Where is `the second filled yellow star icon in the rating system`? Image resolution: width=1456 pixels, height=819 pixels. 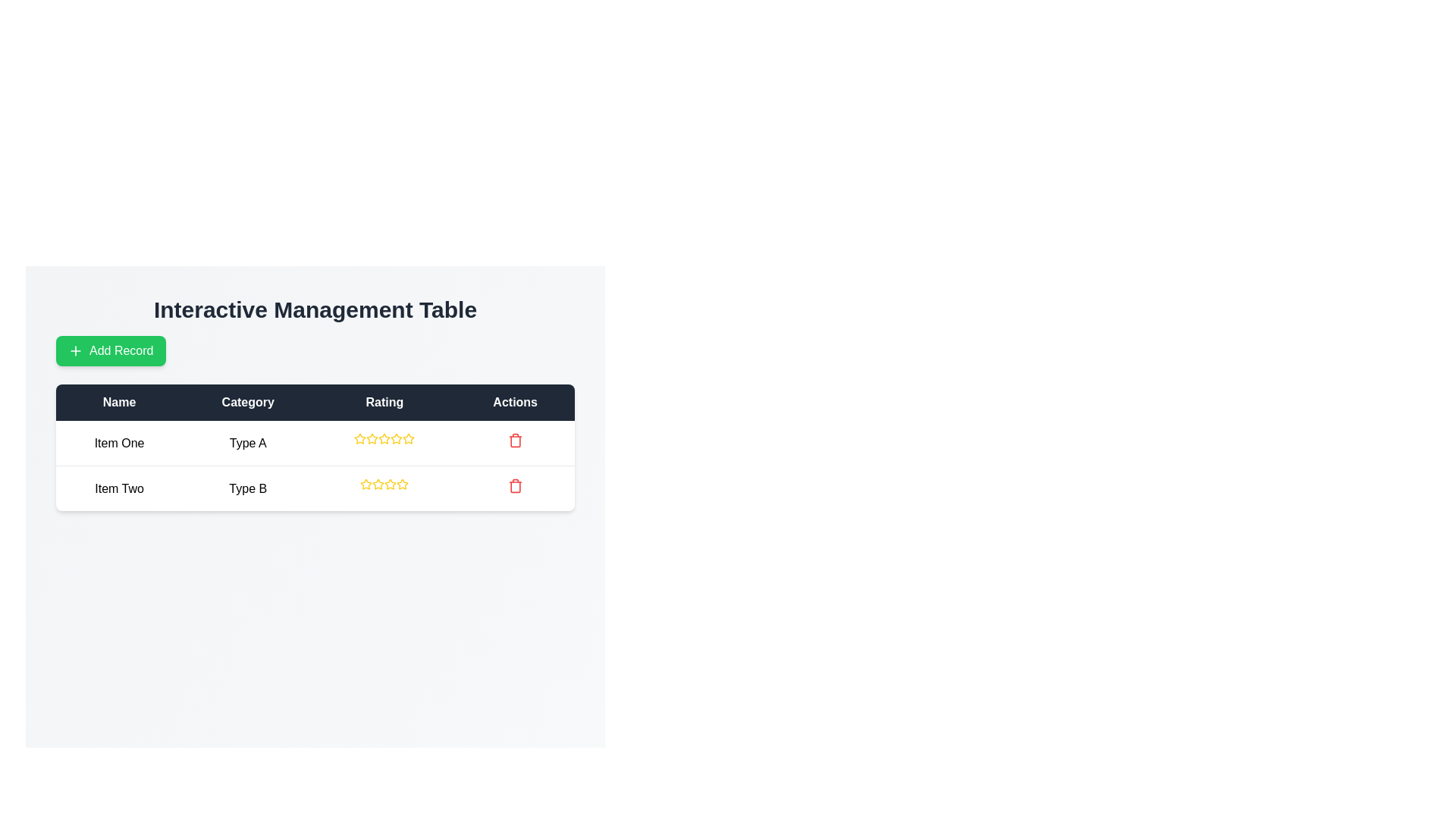
the second filled yellow star icon in the rating system is located at coordinates (403, 484).